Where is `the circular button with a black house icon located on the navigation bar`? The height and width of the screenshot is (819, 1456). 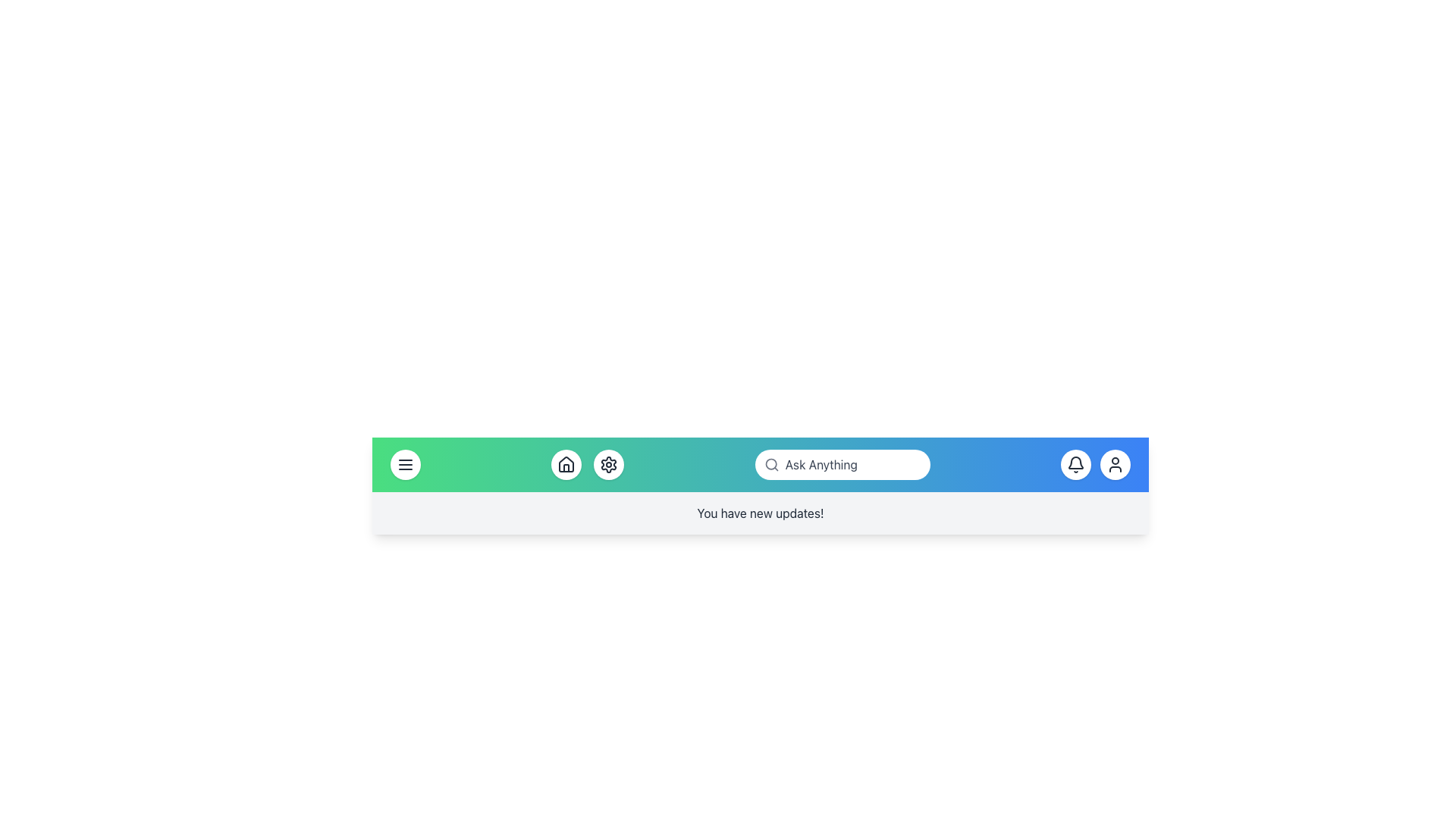 the circular button with a black house icon located on the navigation bar is located at coordinates (566, 464).